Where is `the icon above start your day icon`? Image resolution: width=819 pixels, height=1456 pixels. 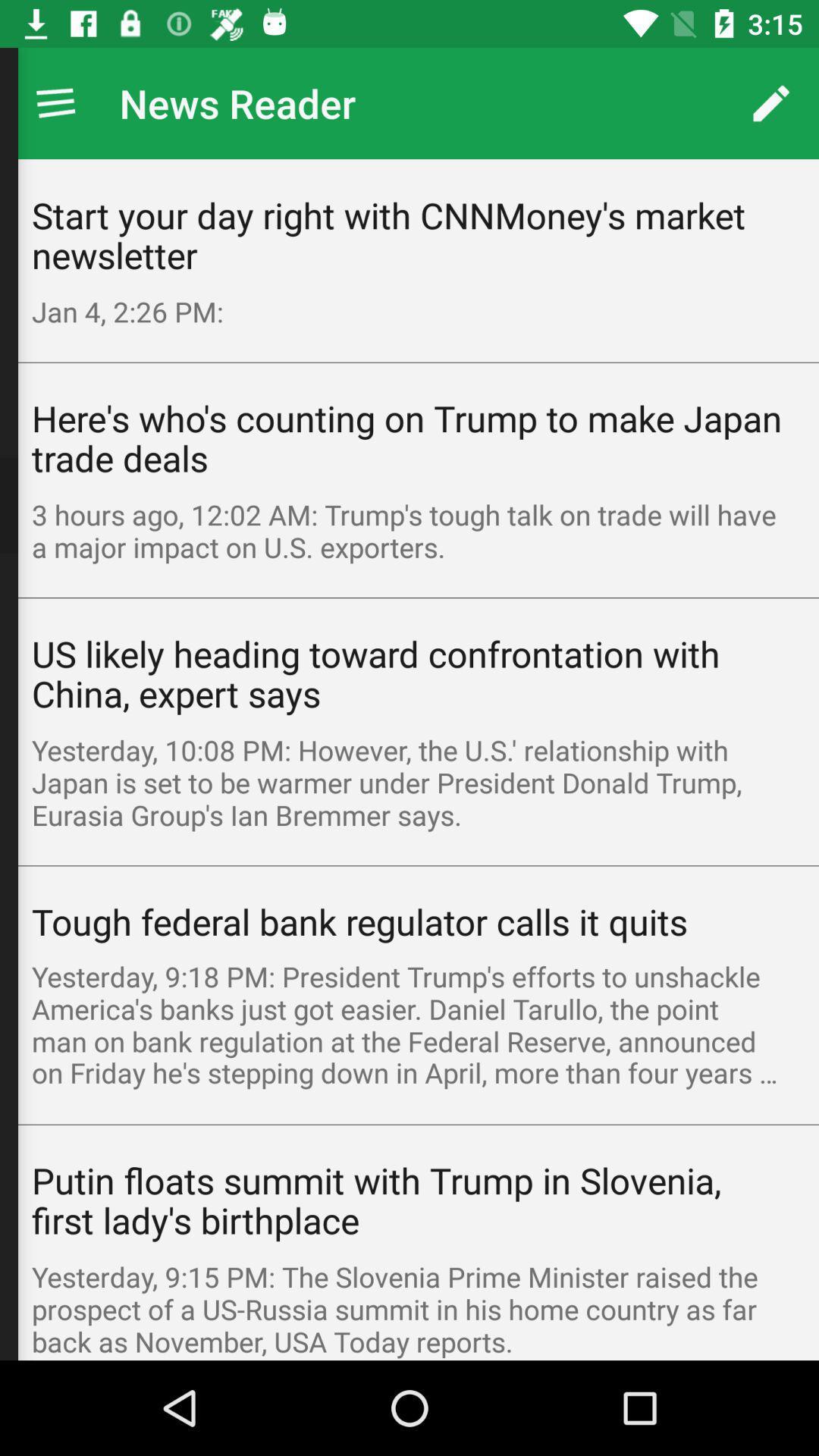
the icon above start your day icon is located at coordinates (771, 102).